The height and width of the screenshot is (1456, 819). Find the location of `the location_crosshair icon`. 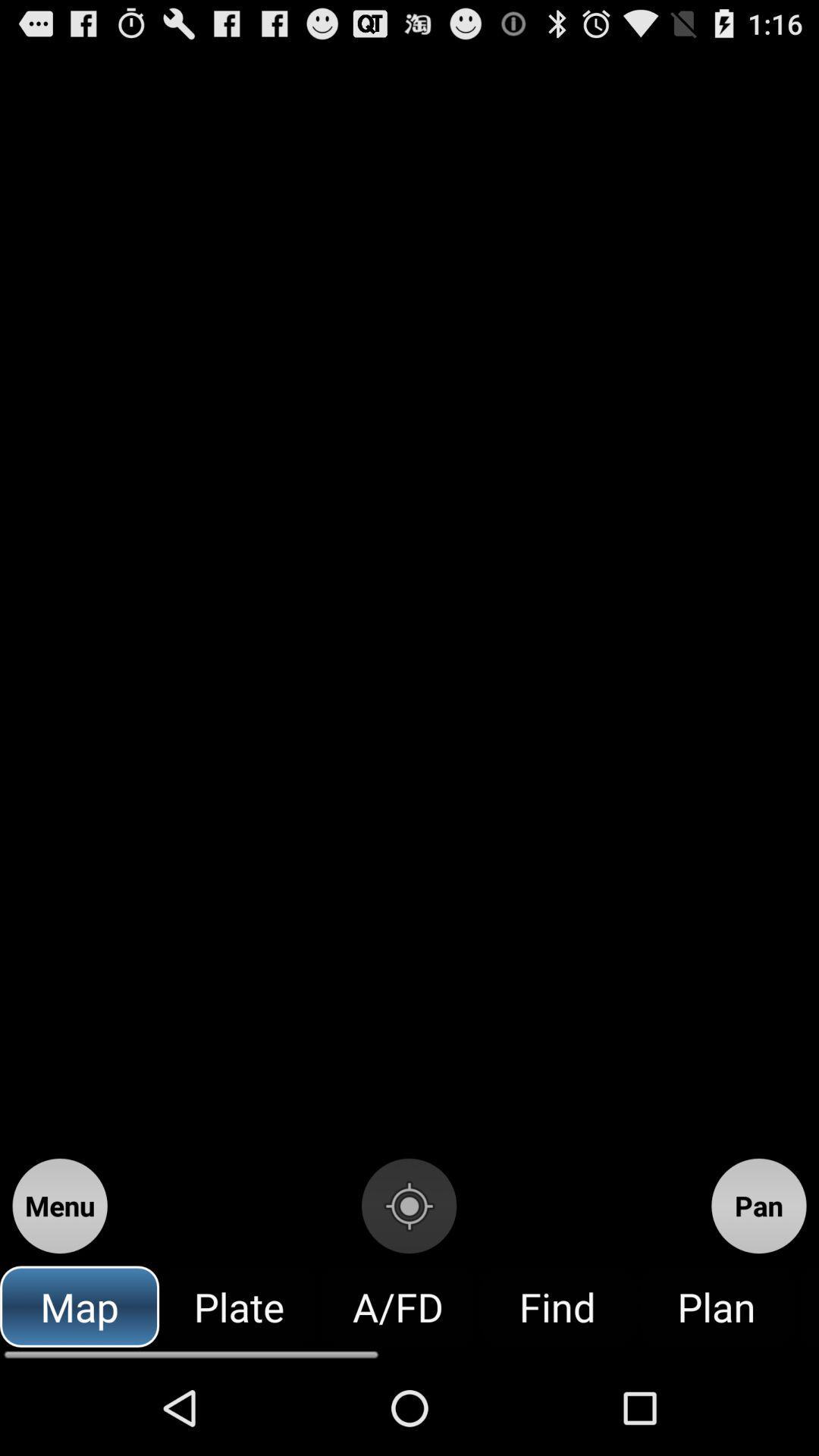

the location_crosshair icon is located at coordinates (408, 1290).